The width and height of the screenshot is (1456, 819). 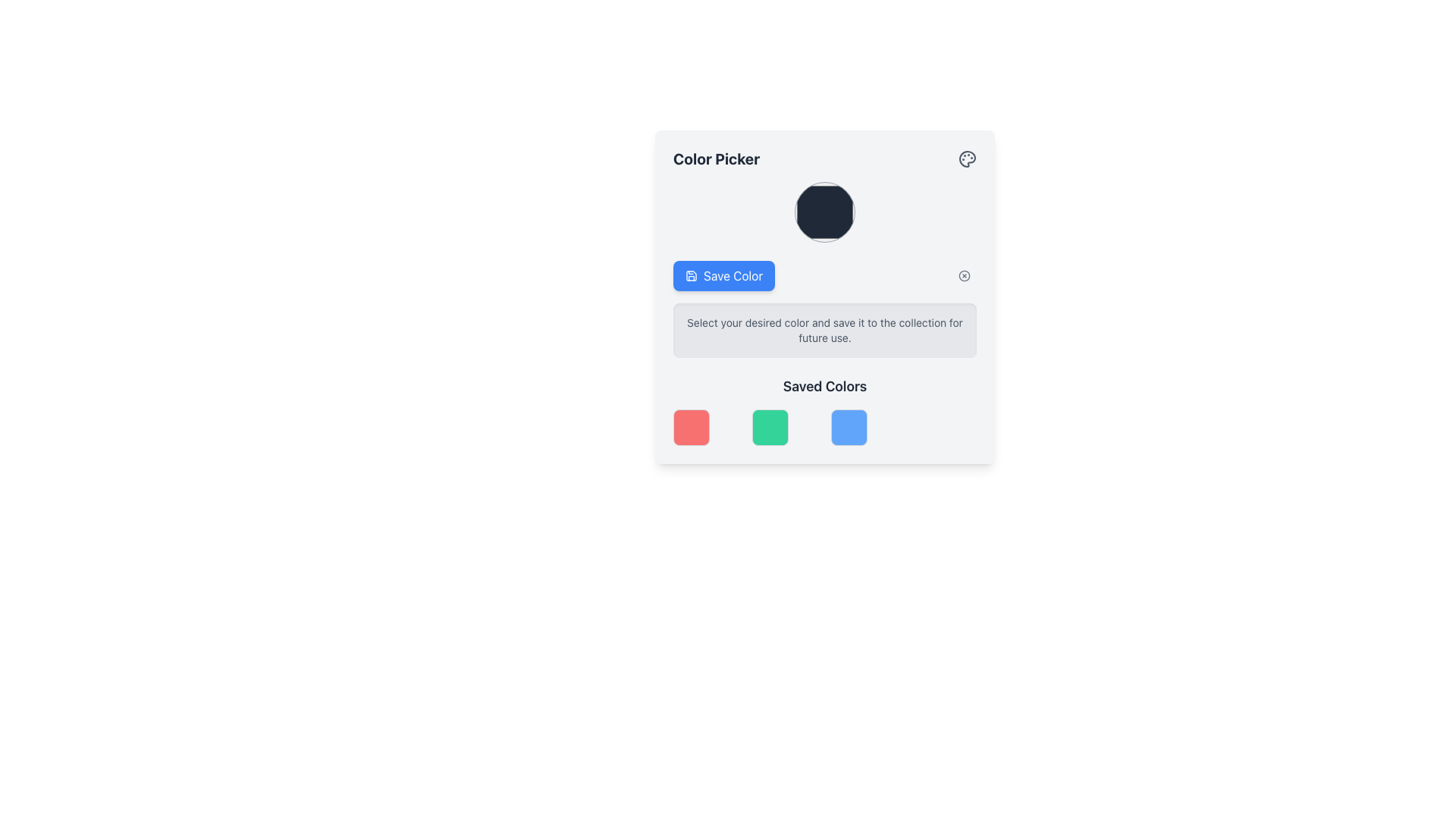 What do you see at coordinates (964, 275) in the screenshot?
I see `the small circular 'close' button with an X icon located` at bounding box center [964, 275].